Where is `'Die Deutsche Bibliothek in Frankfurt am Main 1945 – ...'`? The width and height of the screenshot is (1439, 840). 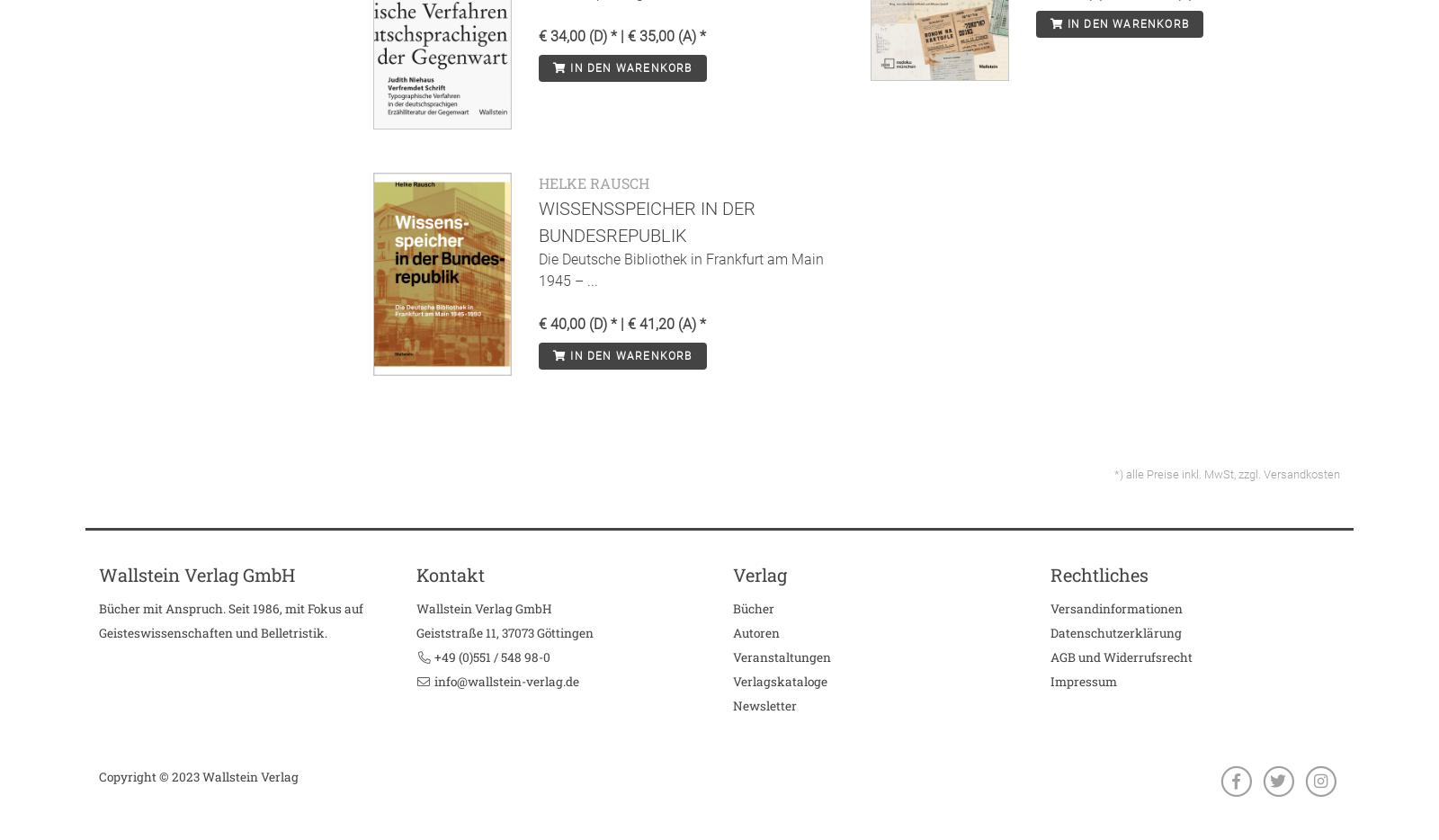
'Die Deutsche Bibliothek in Frankfurt am Main 1945 – ...' is located at coordinates (538, 268).